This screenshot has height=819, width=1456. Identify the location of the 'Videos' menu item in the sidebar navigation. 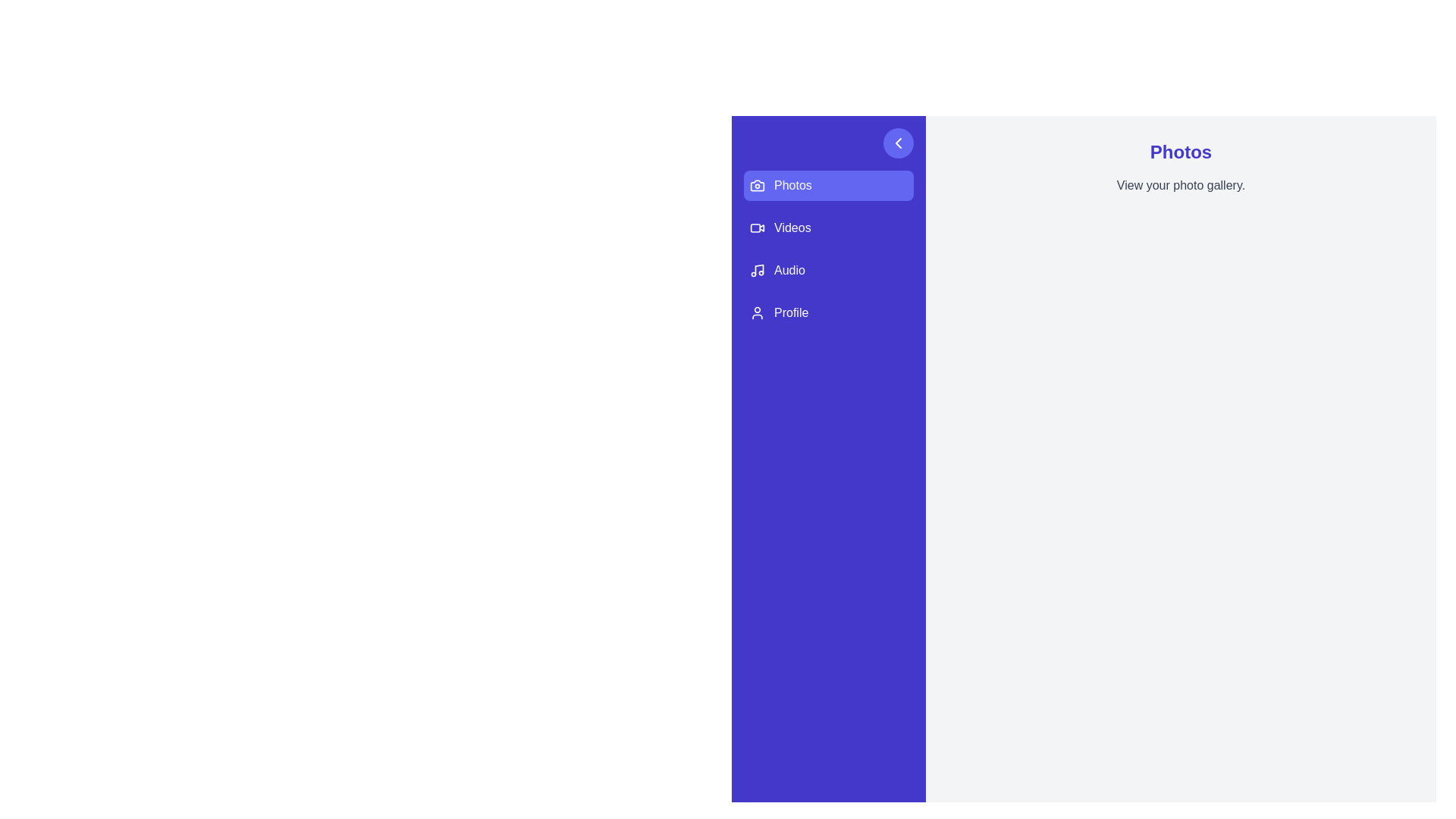
(792, 227).